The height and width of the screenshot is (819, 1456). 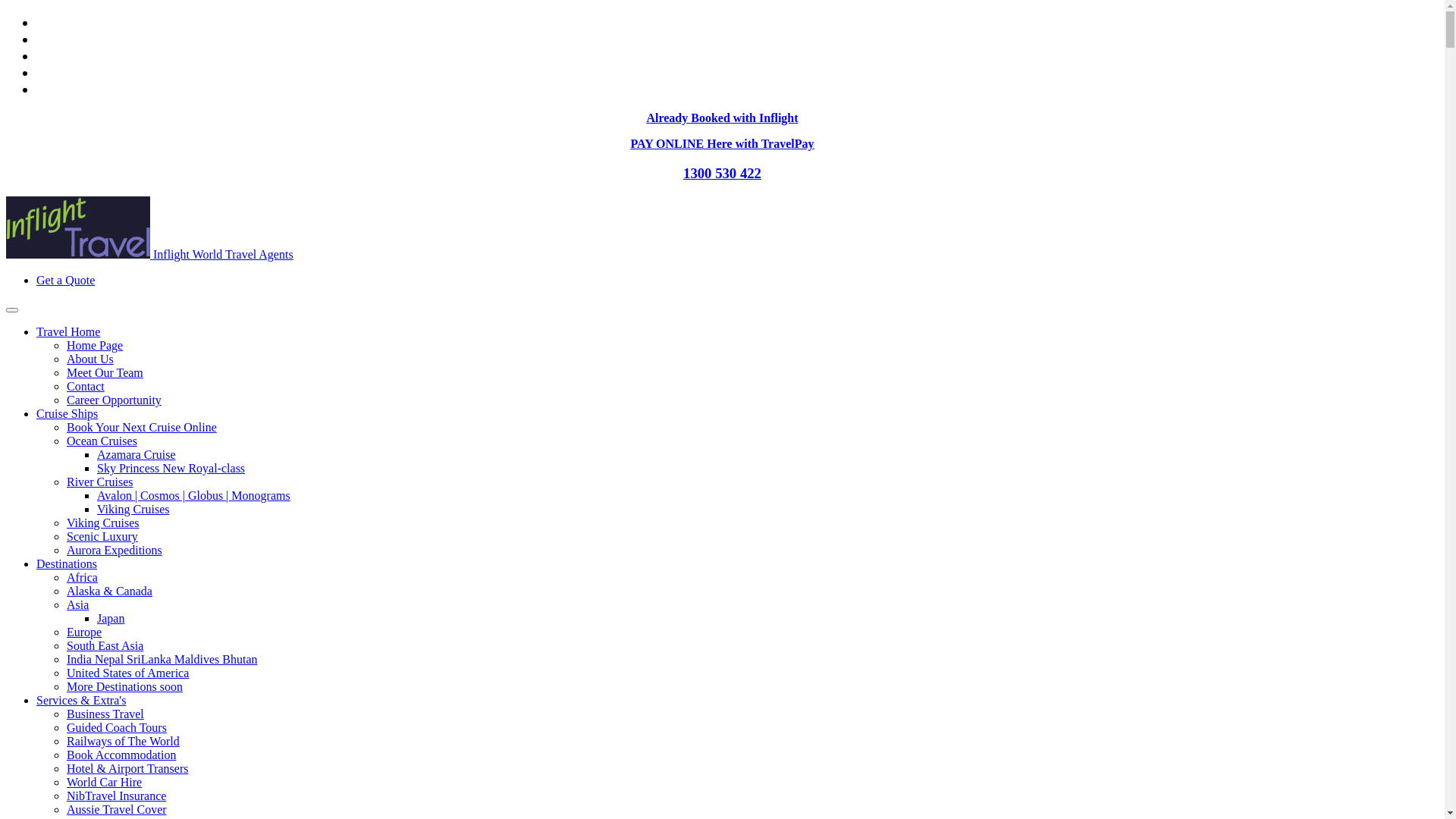 What do you see at coordinates (101, 535) in the screenshot?
I see `'Scenic Luxury'` at bounding box center [101, 535].